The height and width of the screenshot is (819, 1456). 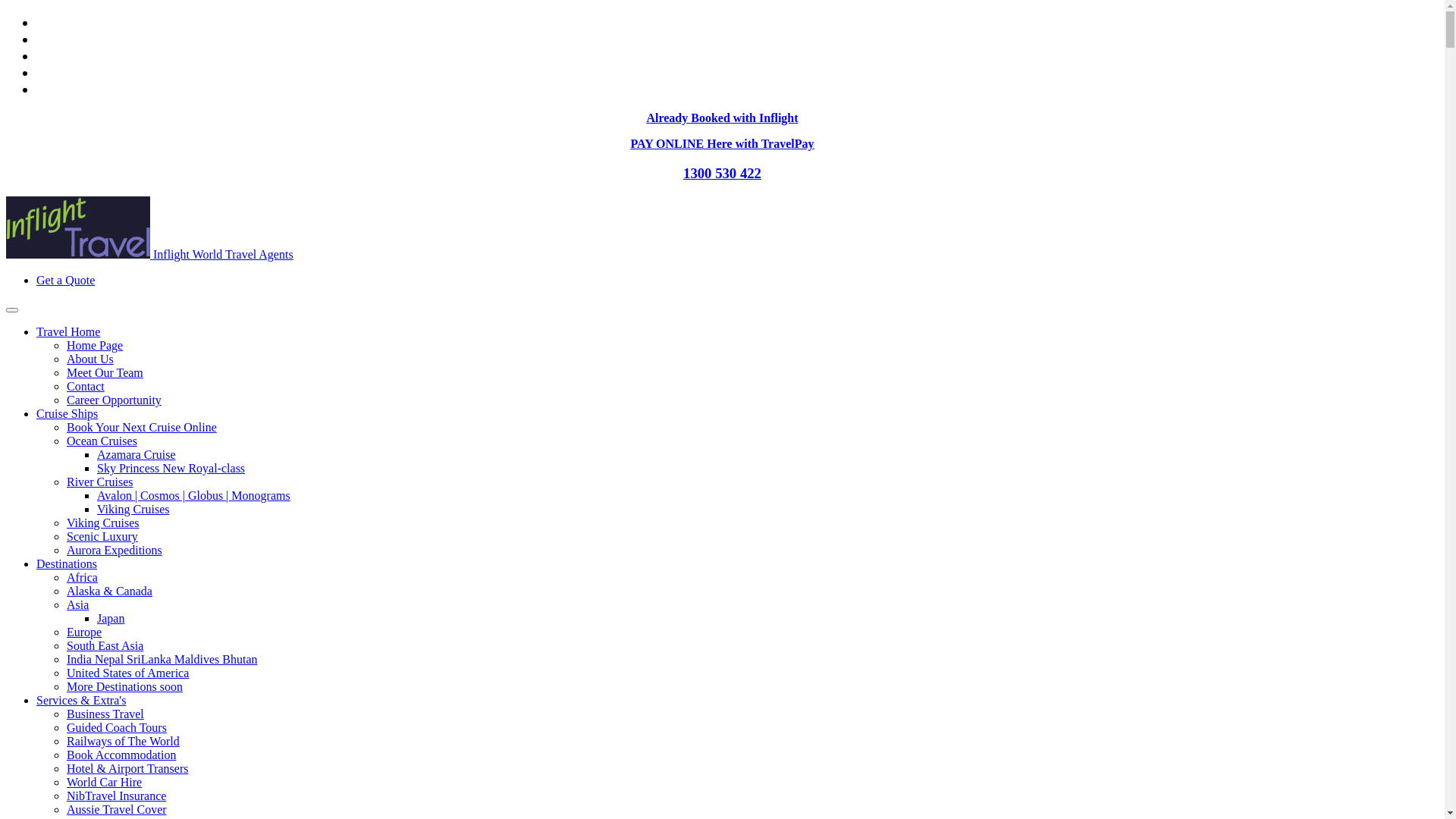 What do you see at coordinates (101, 535) in the screenshot?
I see `'Scenic Luxury'` at bounding box center [101, 535].